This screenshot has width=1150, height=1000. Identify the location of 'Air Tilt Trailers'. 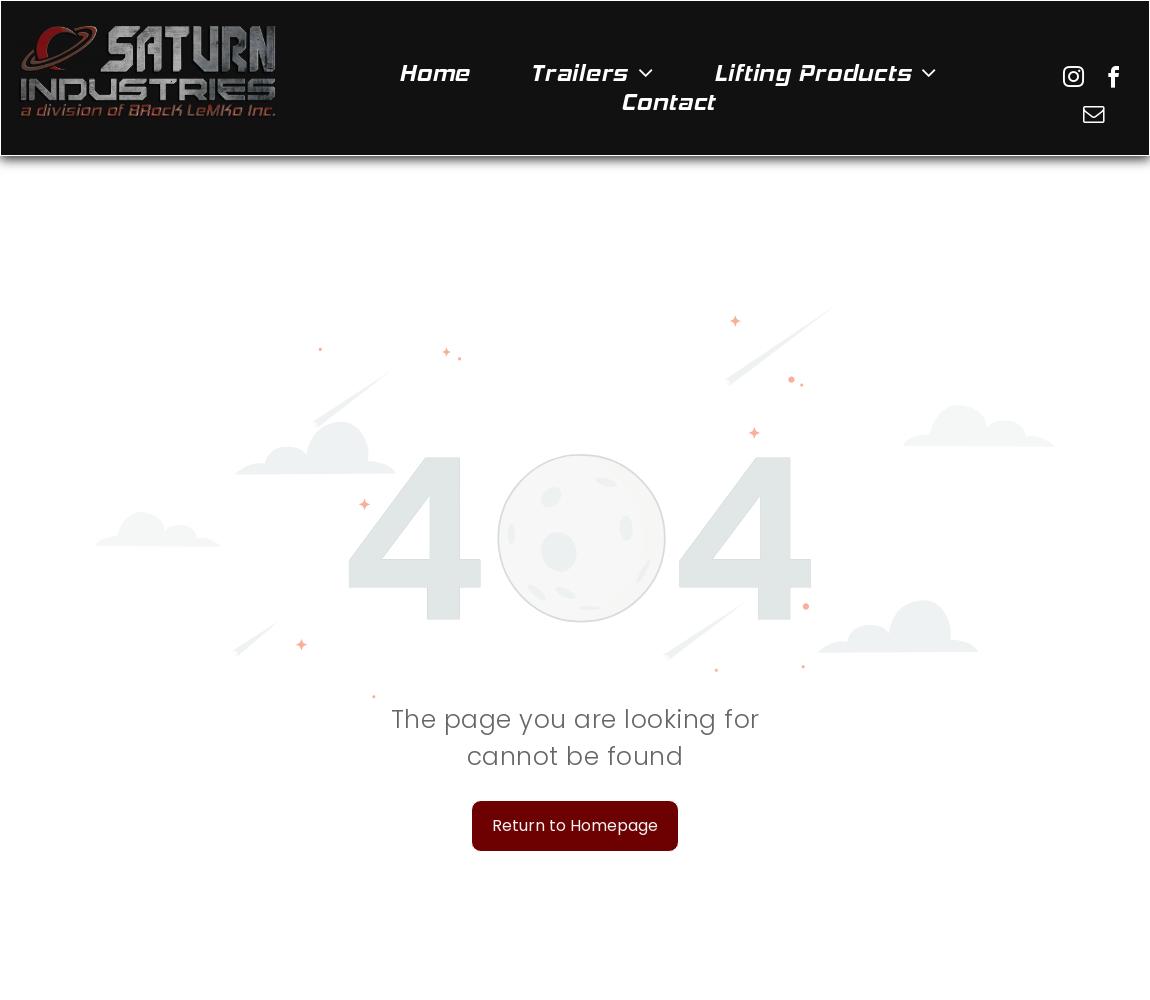
(544, 106).